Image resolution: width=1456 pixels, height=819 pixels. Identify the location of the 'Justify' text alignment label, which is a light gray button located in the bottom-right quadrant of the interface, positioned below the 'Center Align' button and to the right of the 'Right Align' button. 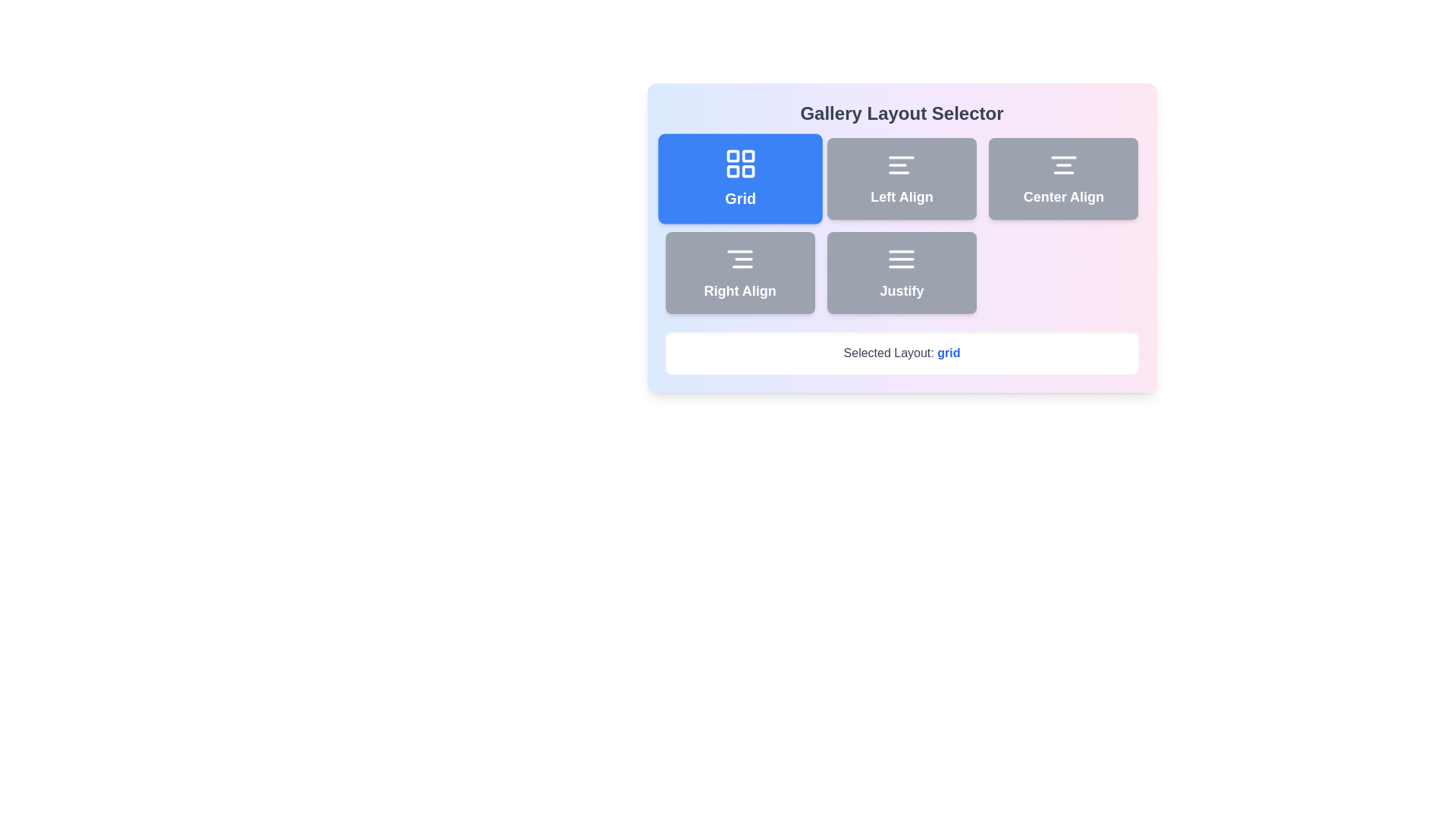
(902, 291).